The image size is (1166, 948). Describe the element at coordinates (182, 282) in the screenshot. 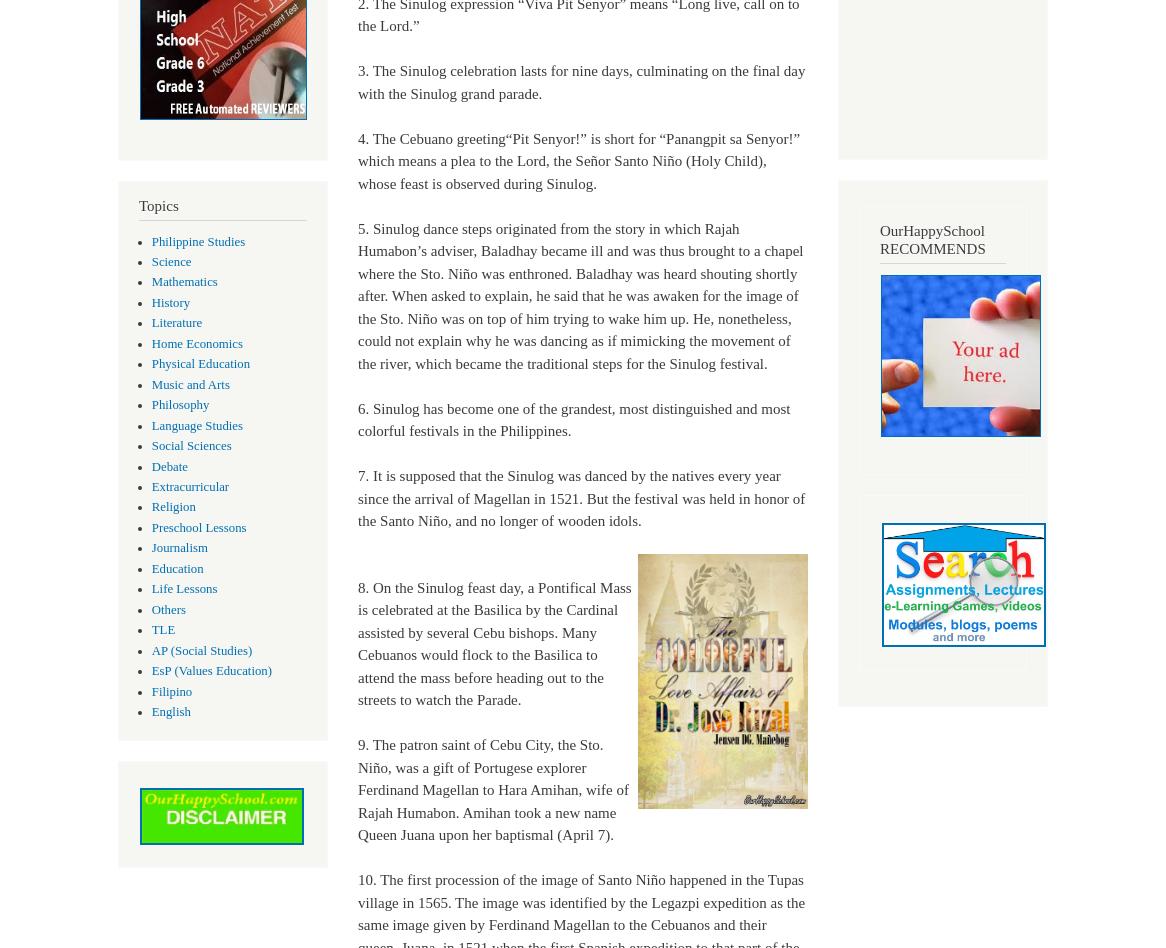

I see `'Mathematics'` at that location.